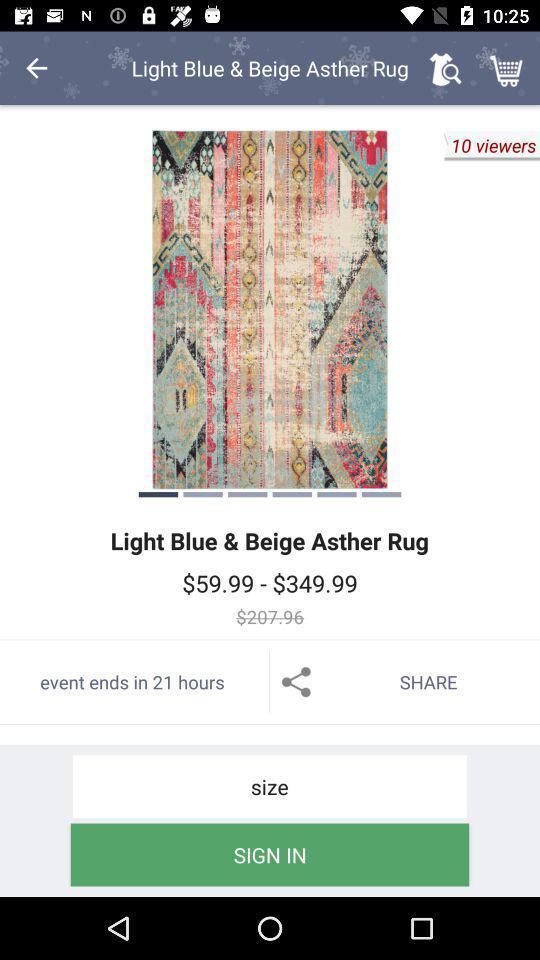 This screenshot has height=960, width=540. I want to click on icon to the left of the light blue beige icon, so click(36, 68).